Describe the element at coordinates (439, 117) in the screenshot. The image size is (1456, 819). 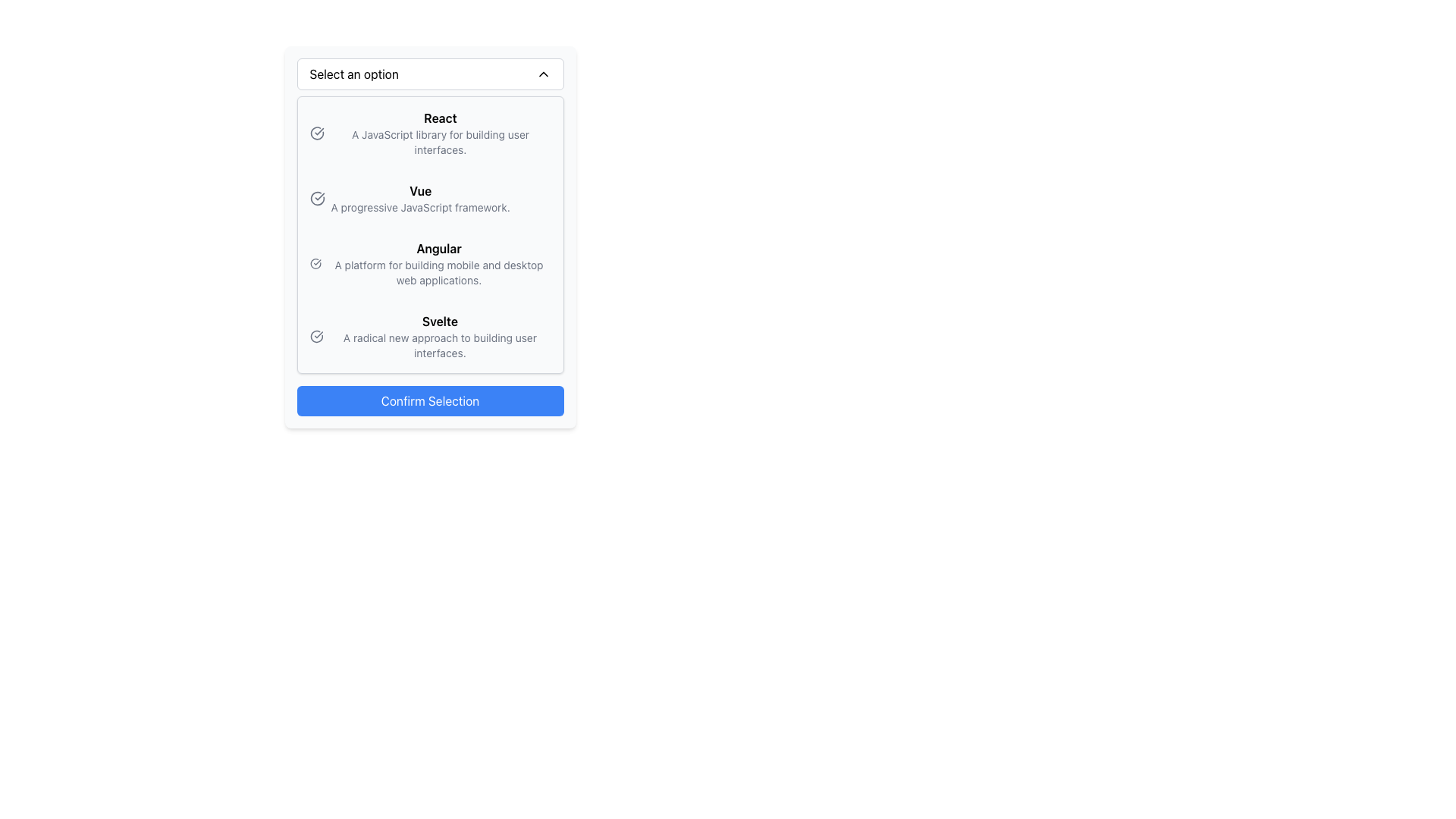
I see `the text label that identifies the option 'React', which is located within the dropdown menu beneath the 'Select an option' selector` at that location.